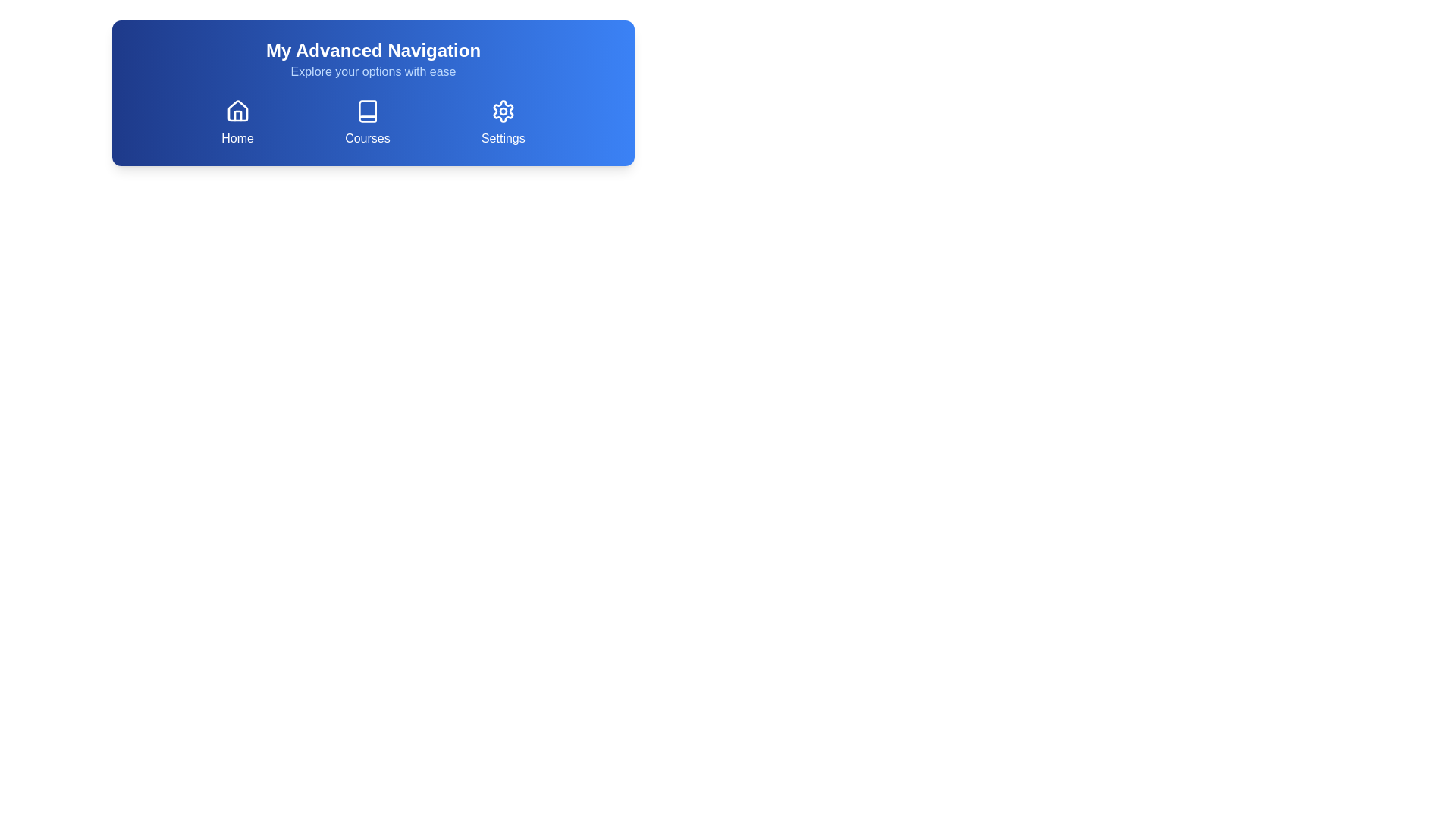 The width and height of the screenshot is (1456, 819). Describe the element at coordinates (367, 110) in the screenshot. I see `the 'Courses' icon located directly below the 'Courses' label text` at that location.